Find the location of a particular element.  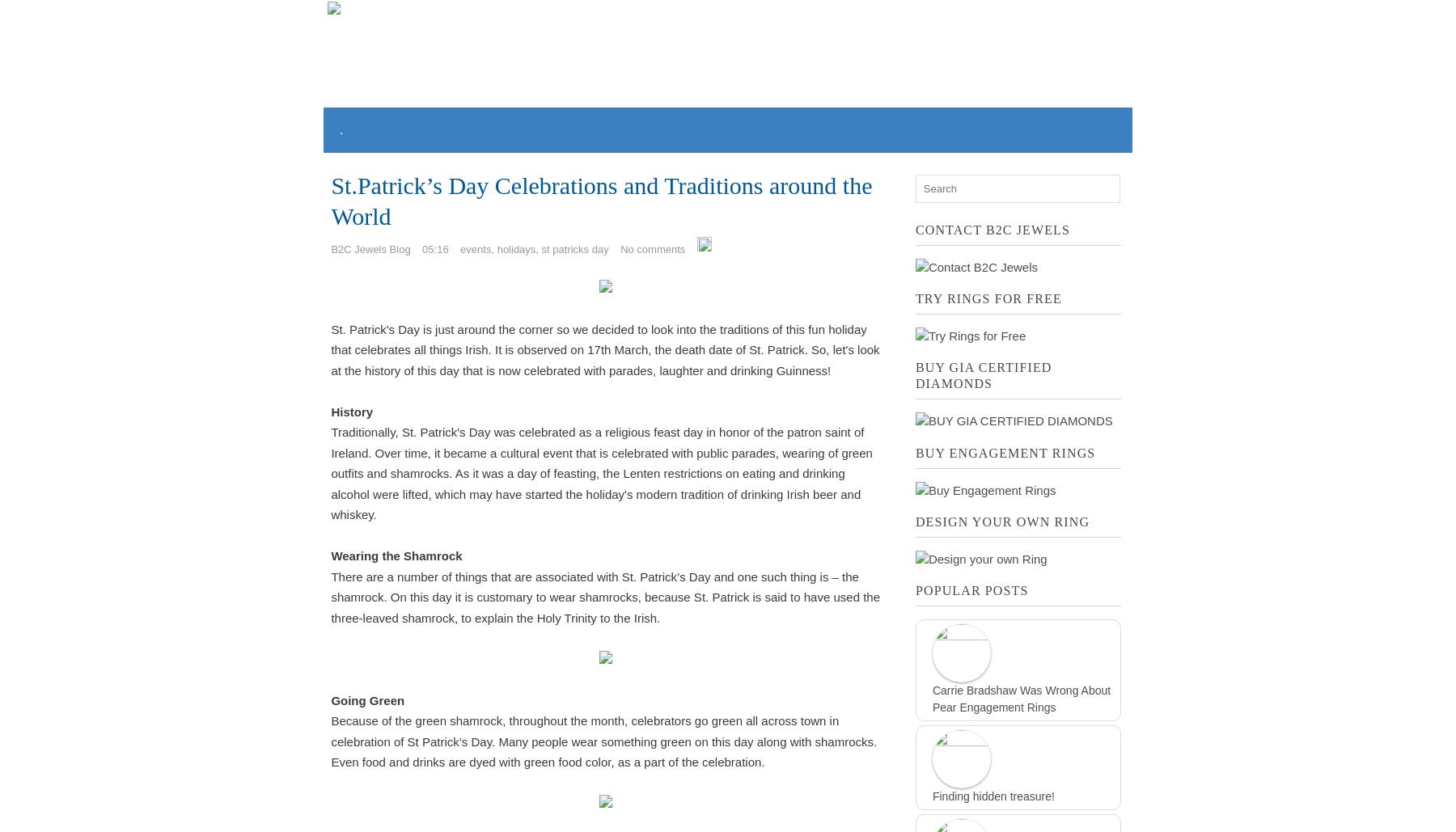

'Popular Posts' is located at coordinates (913, 589).